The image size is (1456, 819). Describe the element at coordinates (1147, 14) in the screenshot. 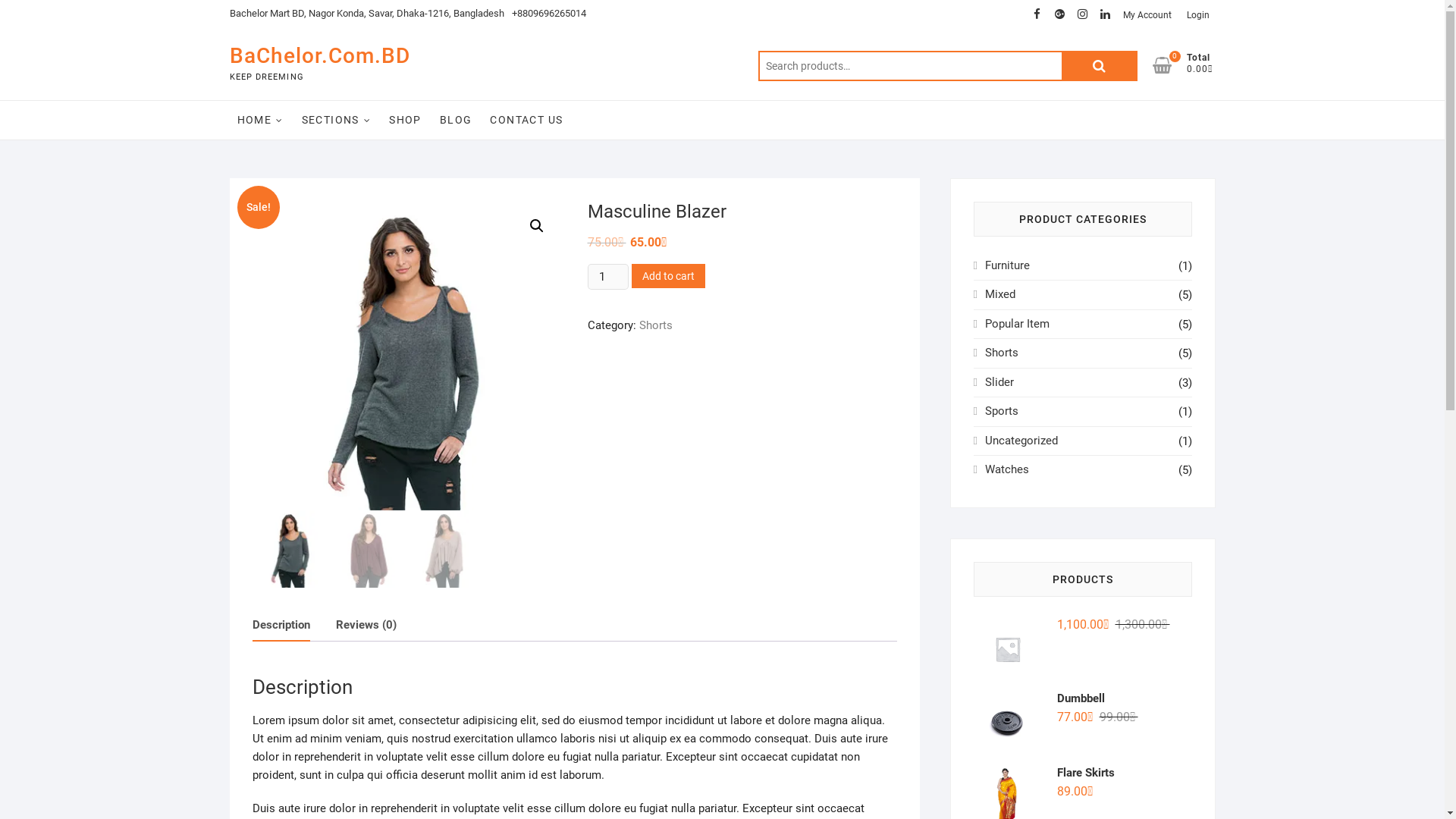

I see `'My Account'` at that location.